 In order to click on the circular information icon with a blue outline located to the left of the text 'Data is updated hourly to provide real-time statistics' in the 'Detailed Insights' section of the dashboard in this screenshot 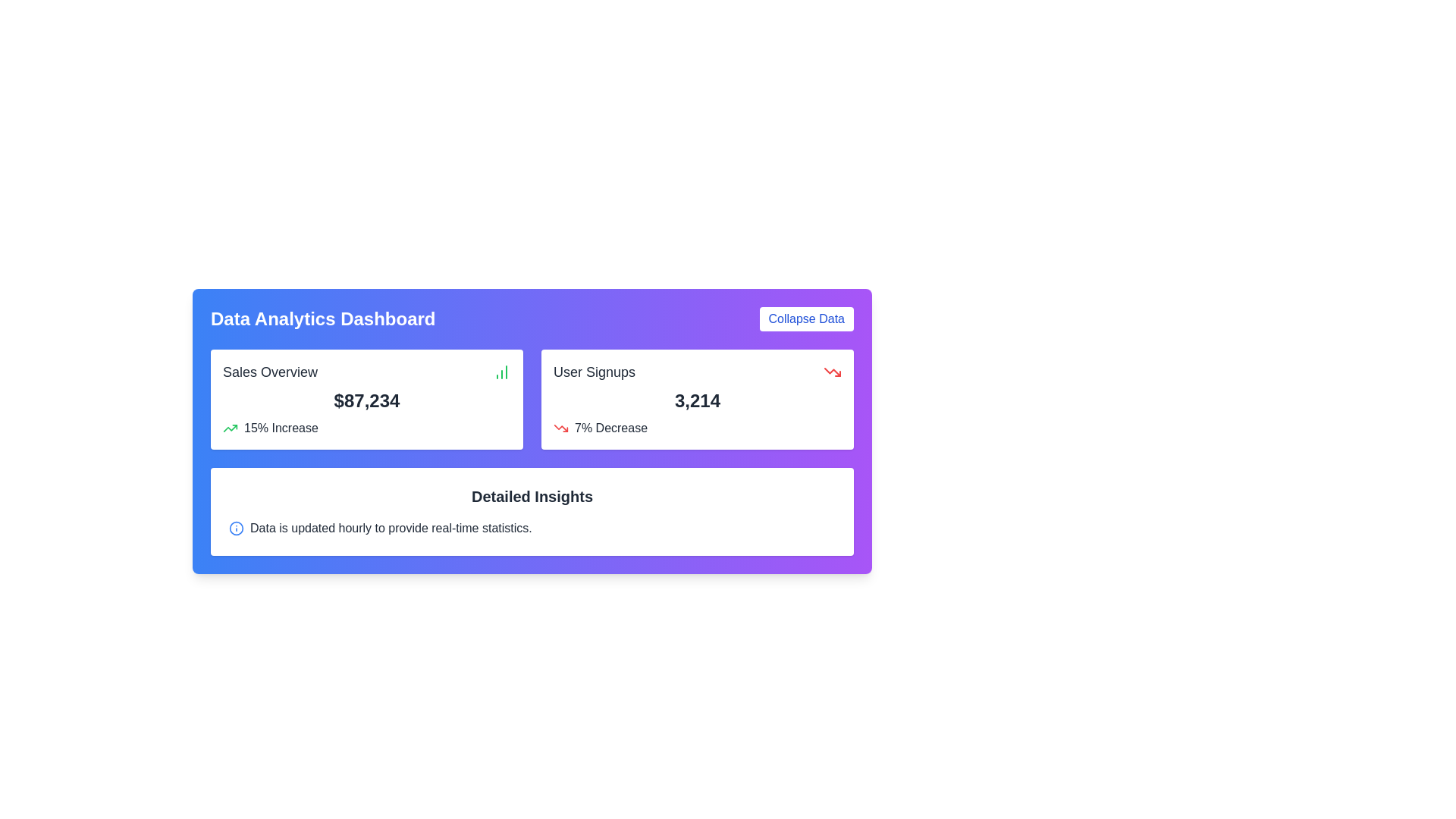, I will do `click(236, 528)`.